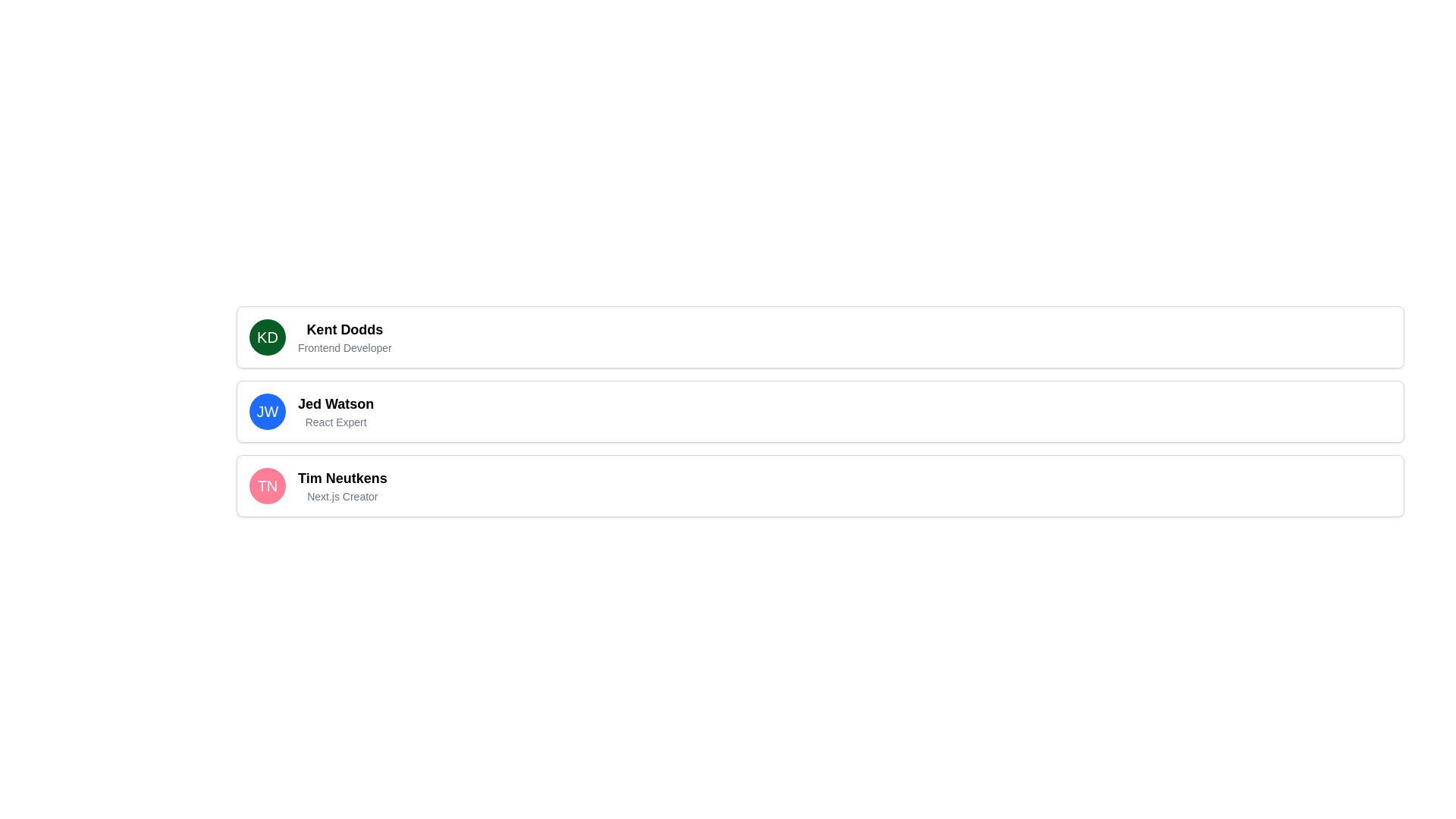 The image size is (1456, 819). What do you see at coordinates (335, 403) in the screenshot?
I see `the text element displaying 'Jed Watson', which is styled in bold and larger font, located in the second row of a vertically stacked layout within a card-like structure` at bounding box center [335, 403].